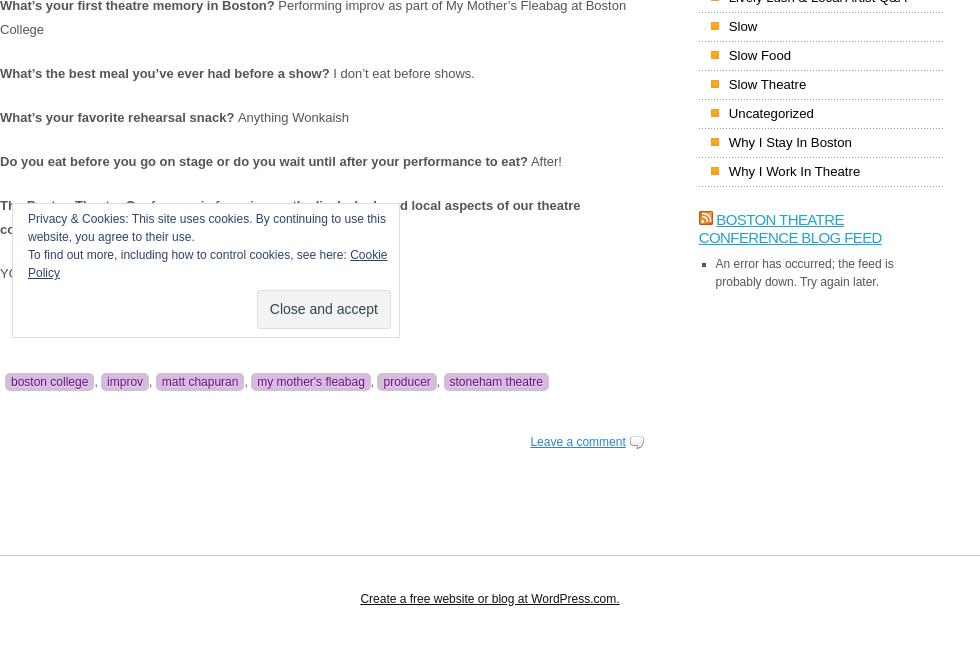  What do you see at coordinates (803, 272) in the screenshot?
I see `'An error has occurred; the feed is probably down. Try again later.'` at bounding box center [803, 272].